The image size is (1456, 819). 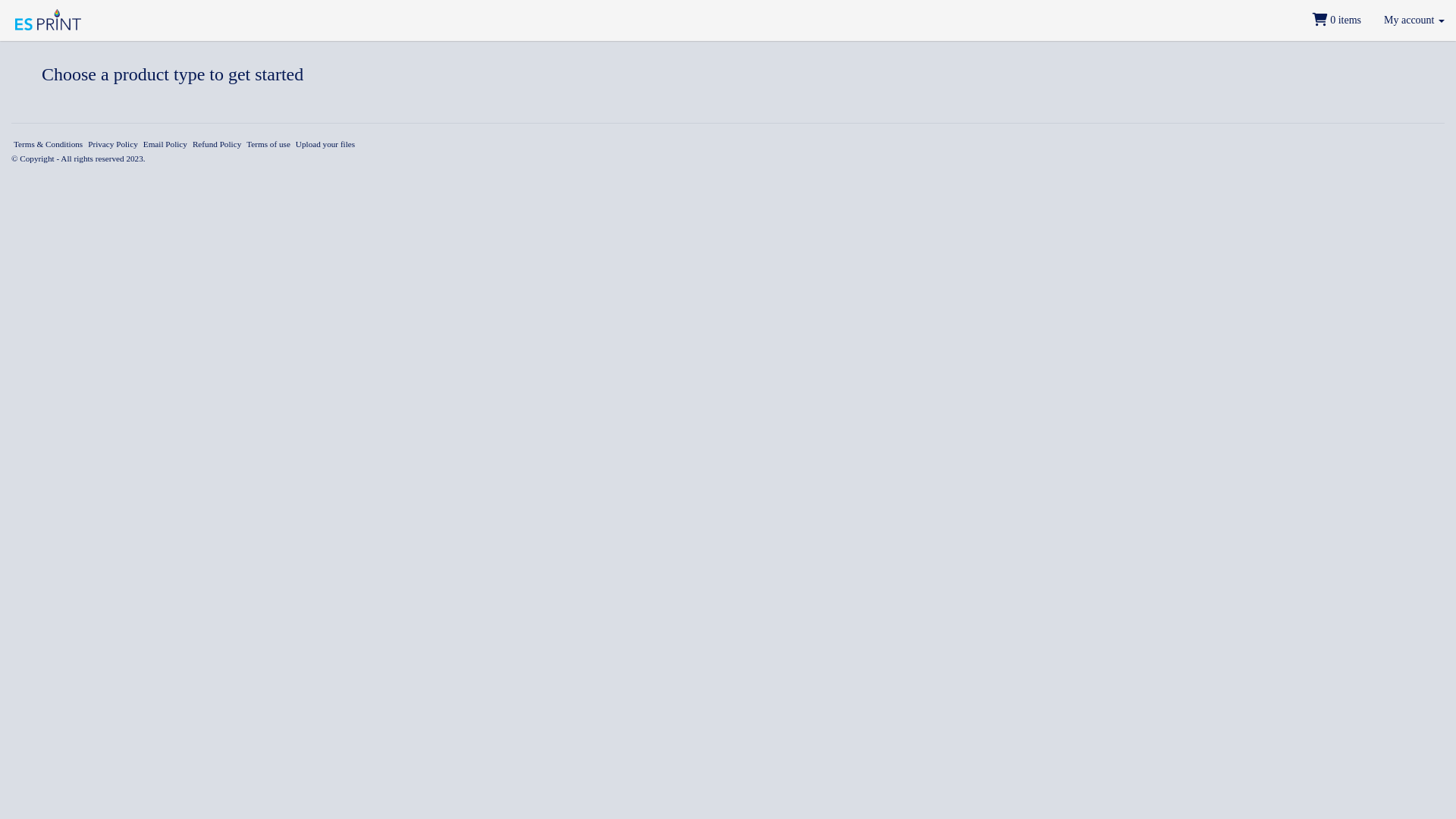 I want to click on 'Privacy Policy', so click(x=111, y=143).